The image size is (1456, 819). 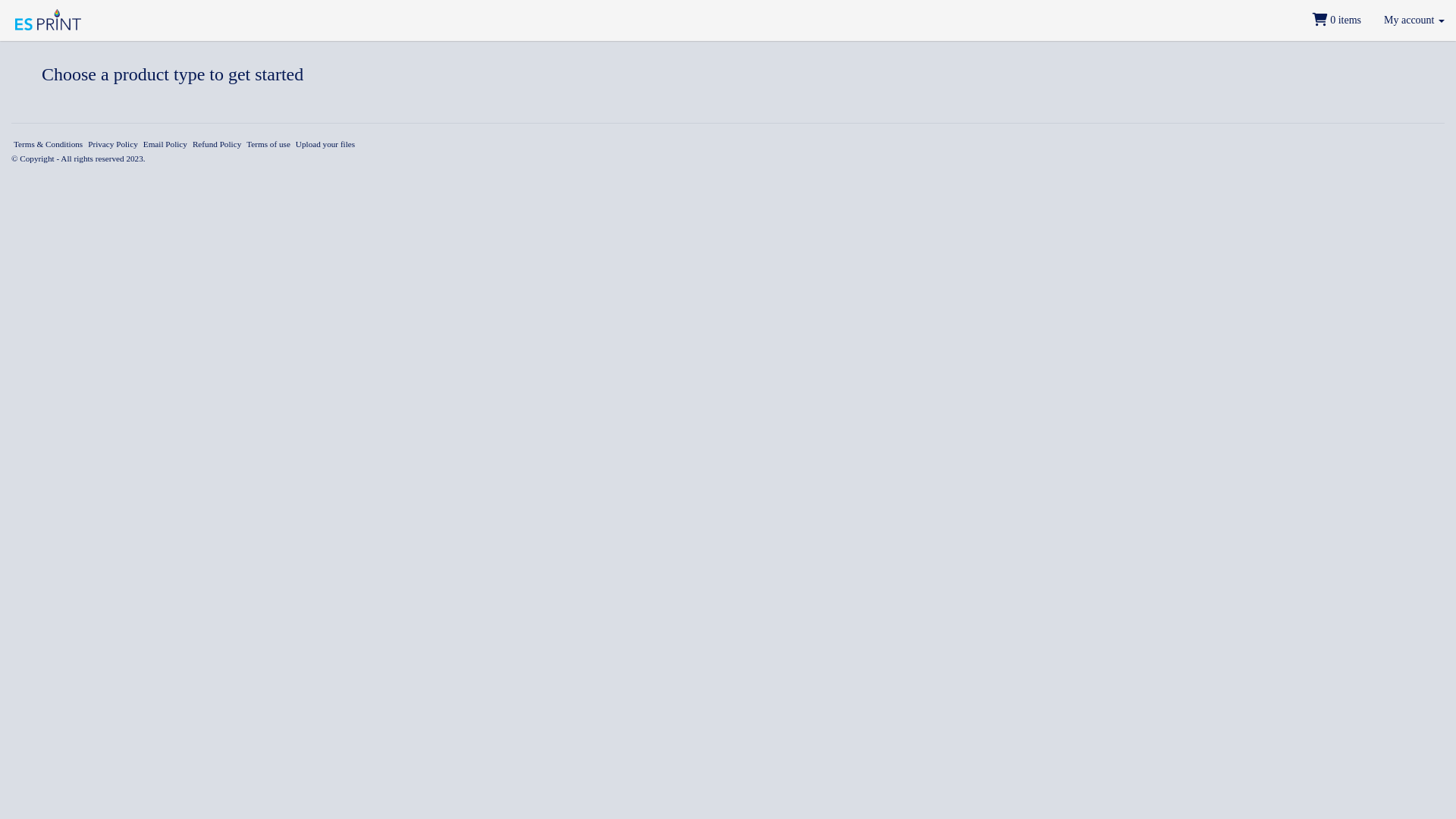 I want to click on 'Privacy Policy', so click(x=111, y=143).